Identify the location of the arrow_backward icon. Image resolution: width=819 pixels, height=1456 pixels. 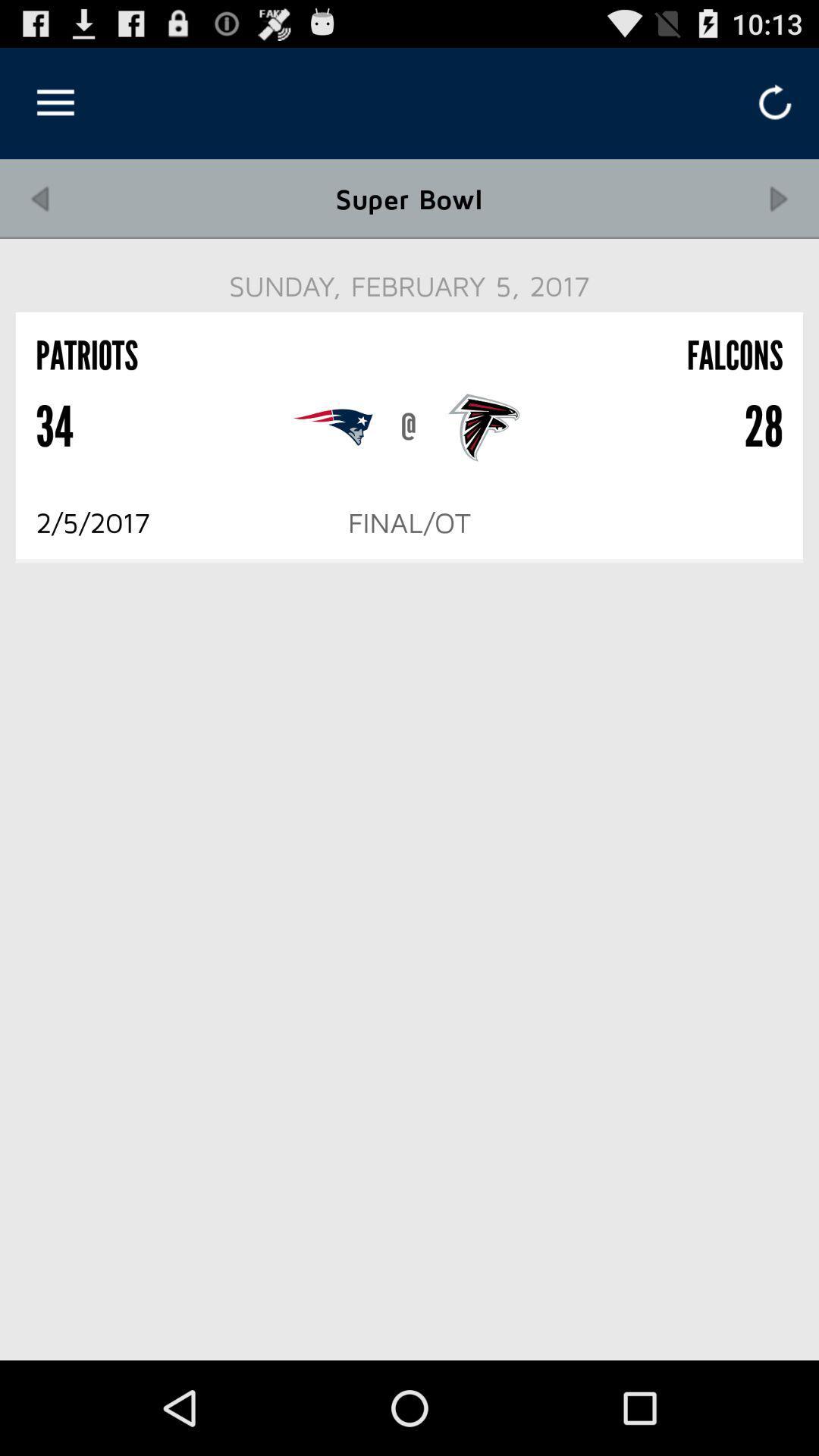
(39, 212).